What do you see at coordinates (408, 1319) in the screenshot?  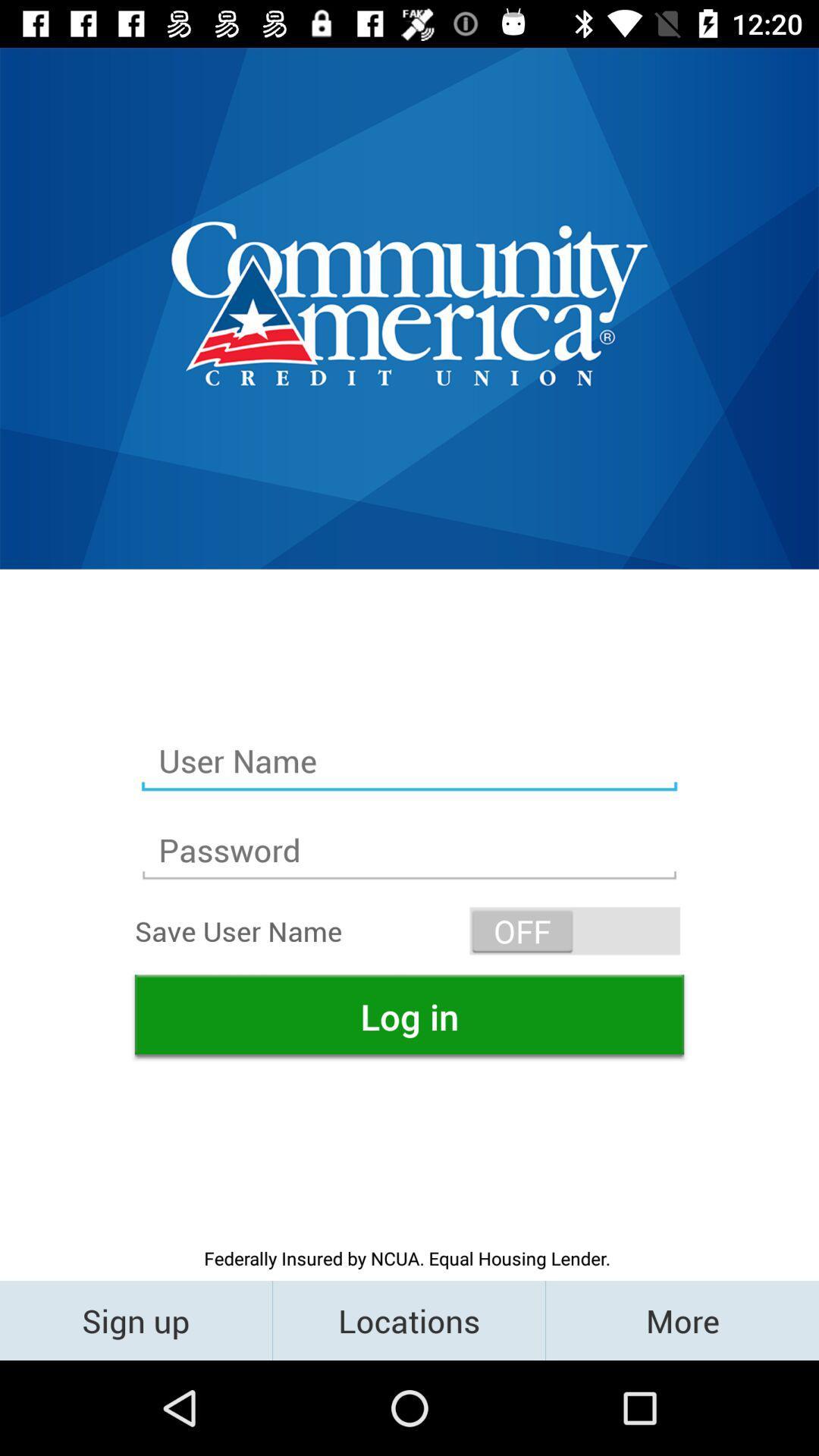 I see `option left to more at bottom` at bounding box center [408, 1319].